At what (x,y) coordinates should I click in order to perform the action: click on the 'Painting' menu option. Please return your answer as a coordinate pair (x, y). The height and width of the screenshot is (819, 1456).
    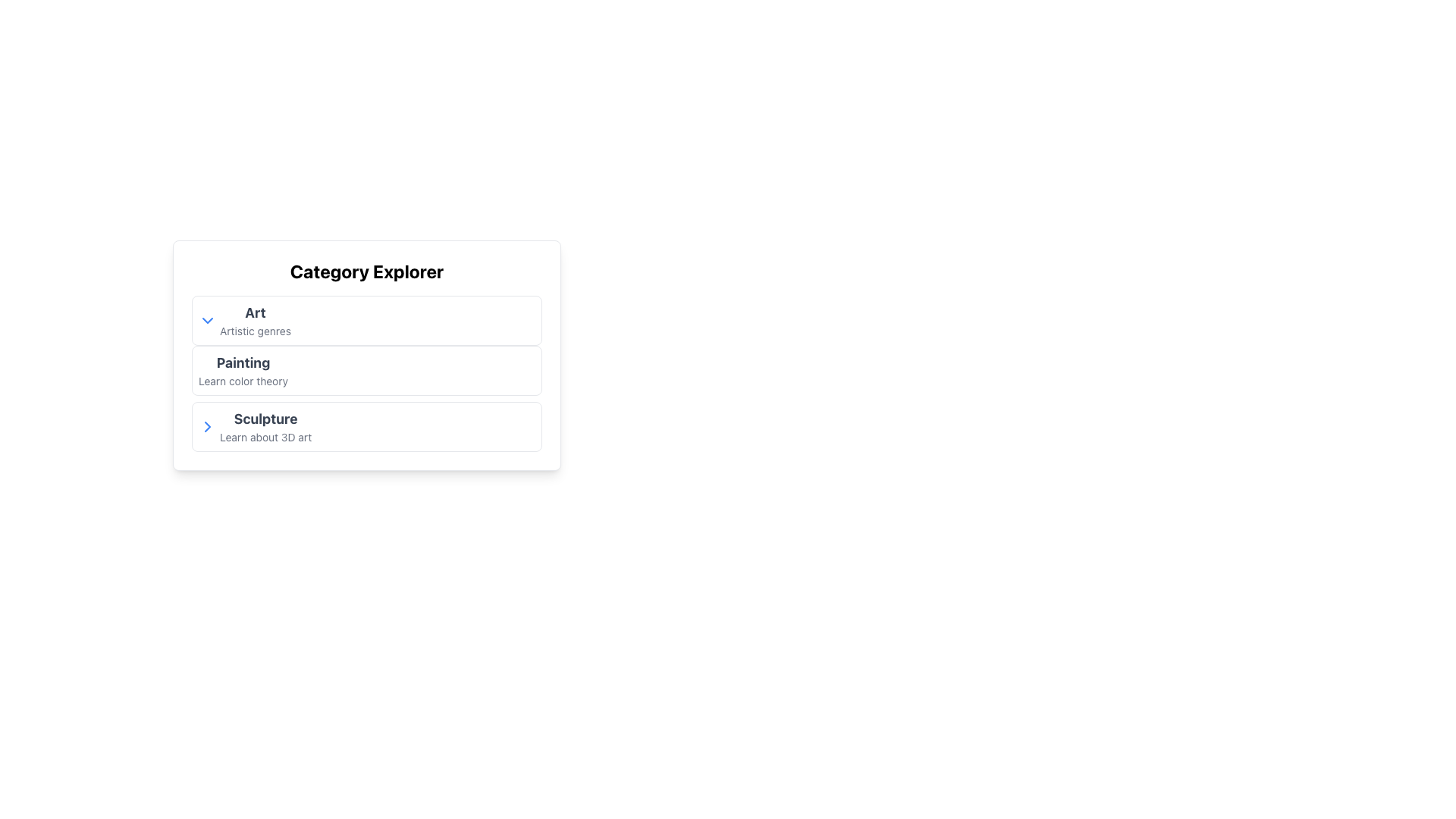
    Looking at the image, I should click on (243, 371).